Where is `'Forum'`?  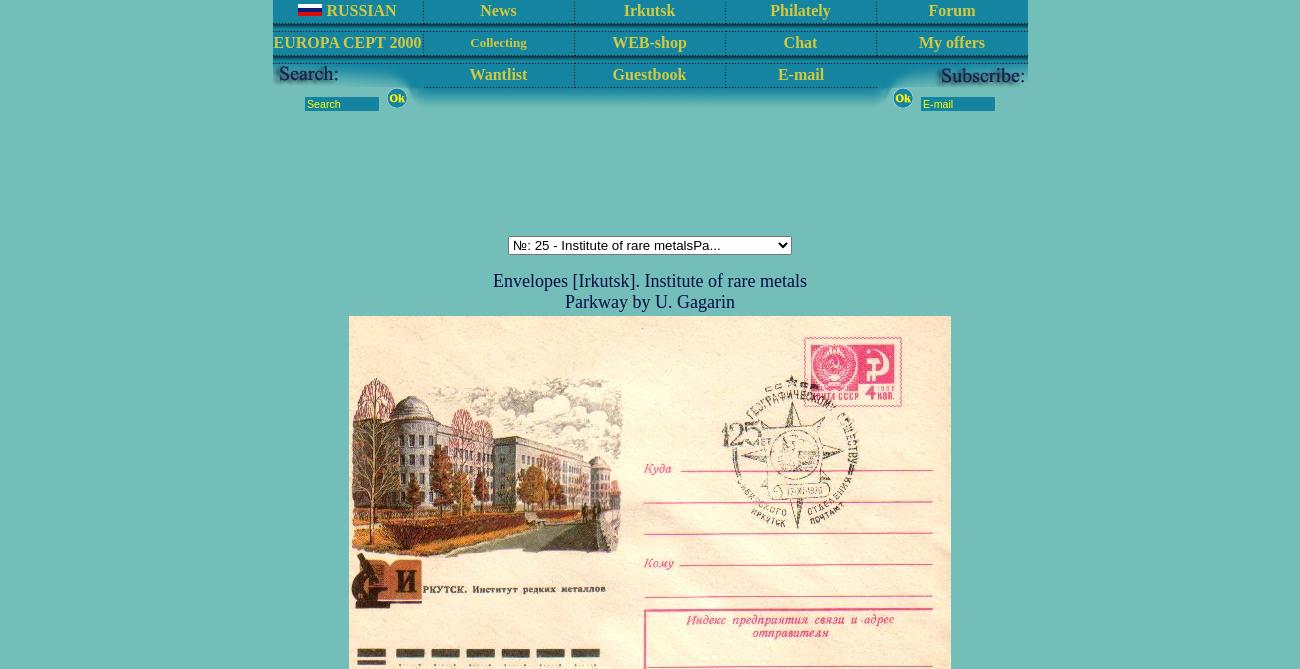 'Forum' is located at coordinates (927, 9).